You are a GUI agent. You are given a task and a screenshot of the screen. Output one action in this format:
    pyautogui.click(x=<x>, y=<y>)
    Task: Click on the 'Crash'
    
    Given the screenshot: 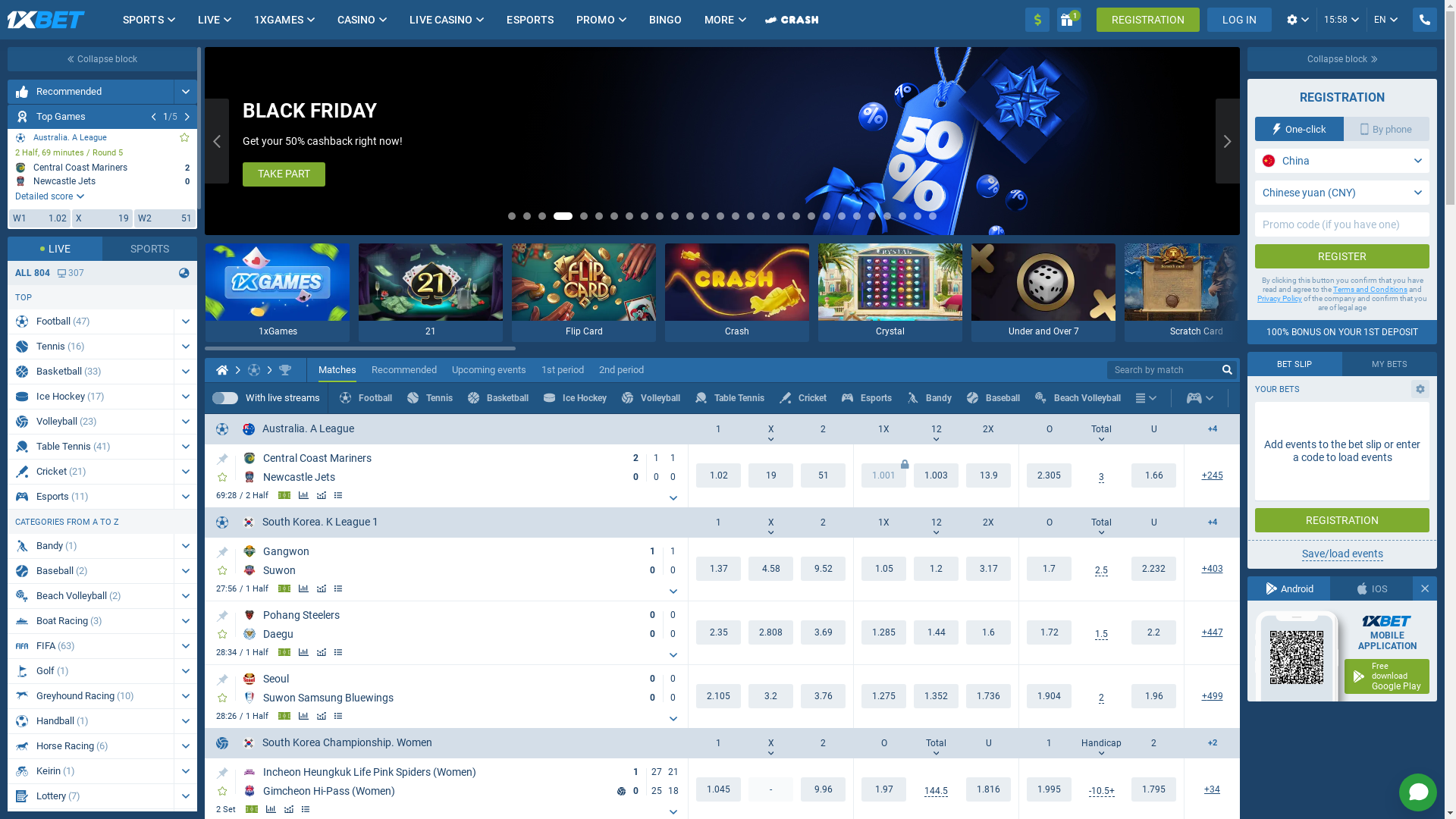 What is the action you would take?
    pyautogui.click(x=664, y=292)
    